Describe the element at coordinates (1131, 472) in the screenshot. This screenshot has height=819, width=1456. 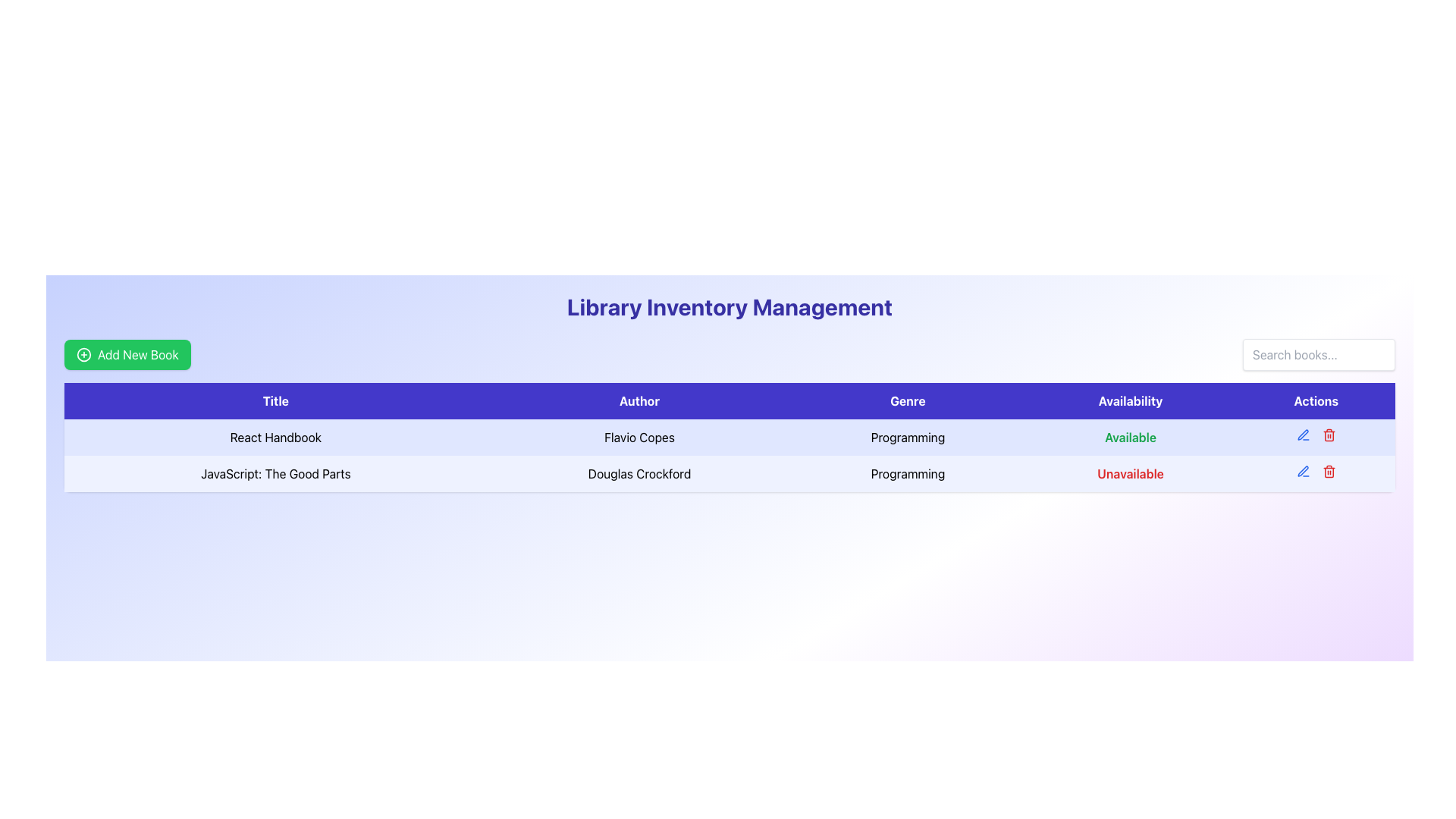
I see `the availability status text label indicating that 'JavaScript: The Good Parts' is not available in the library inventory` at that location.